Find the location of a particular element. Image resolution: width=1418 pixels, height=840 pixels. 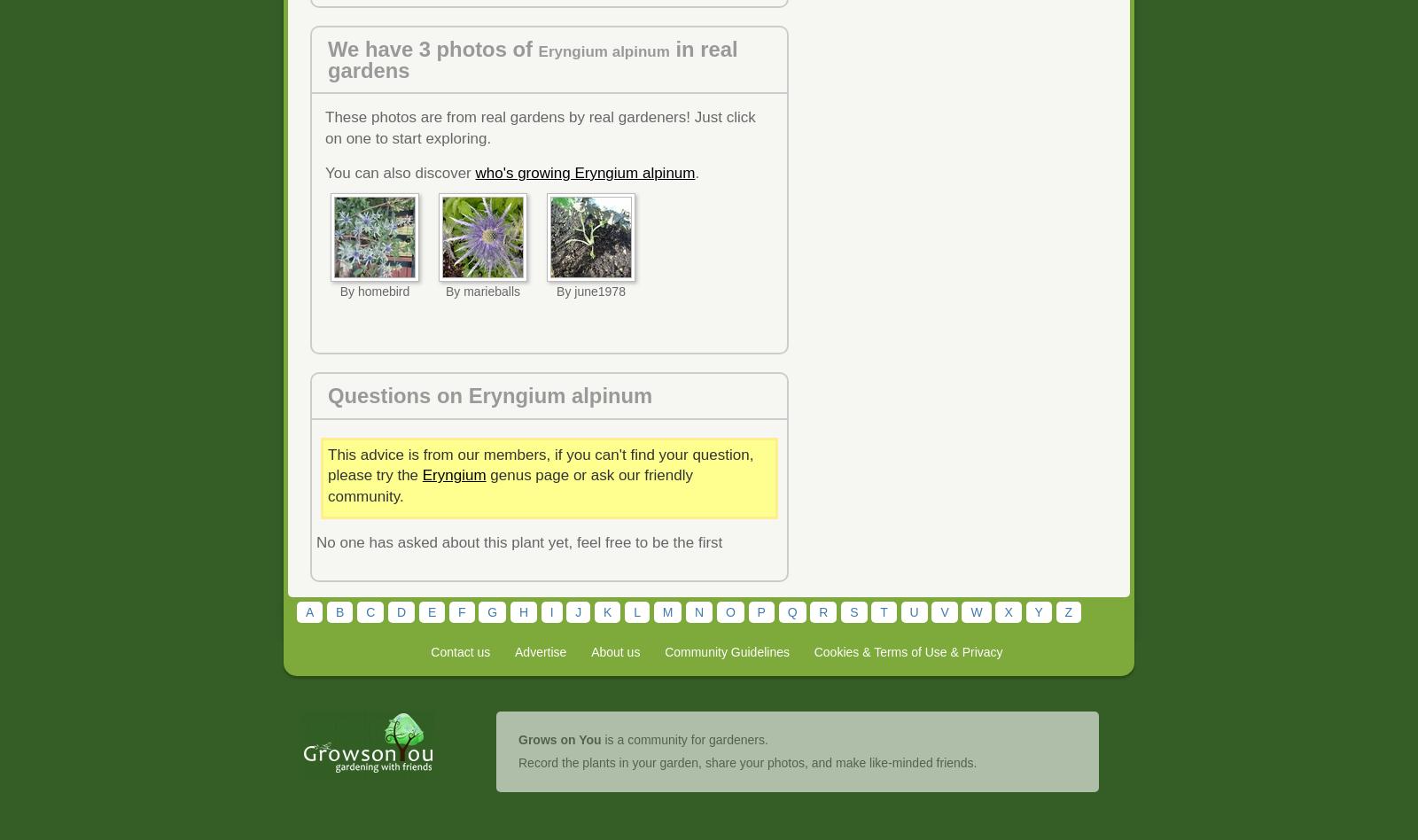

'K' is located at coordinates (607, 610).